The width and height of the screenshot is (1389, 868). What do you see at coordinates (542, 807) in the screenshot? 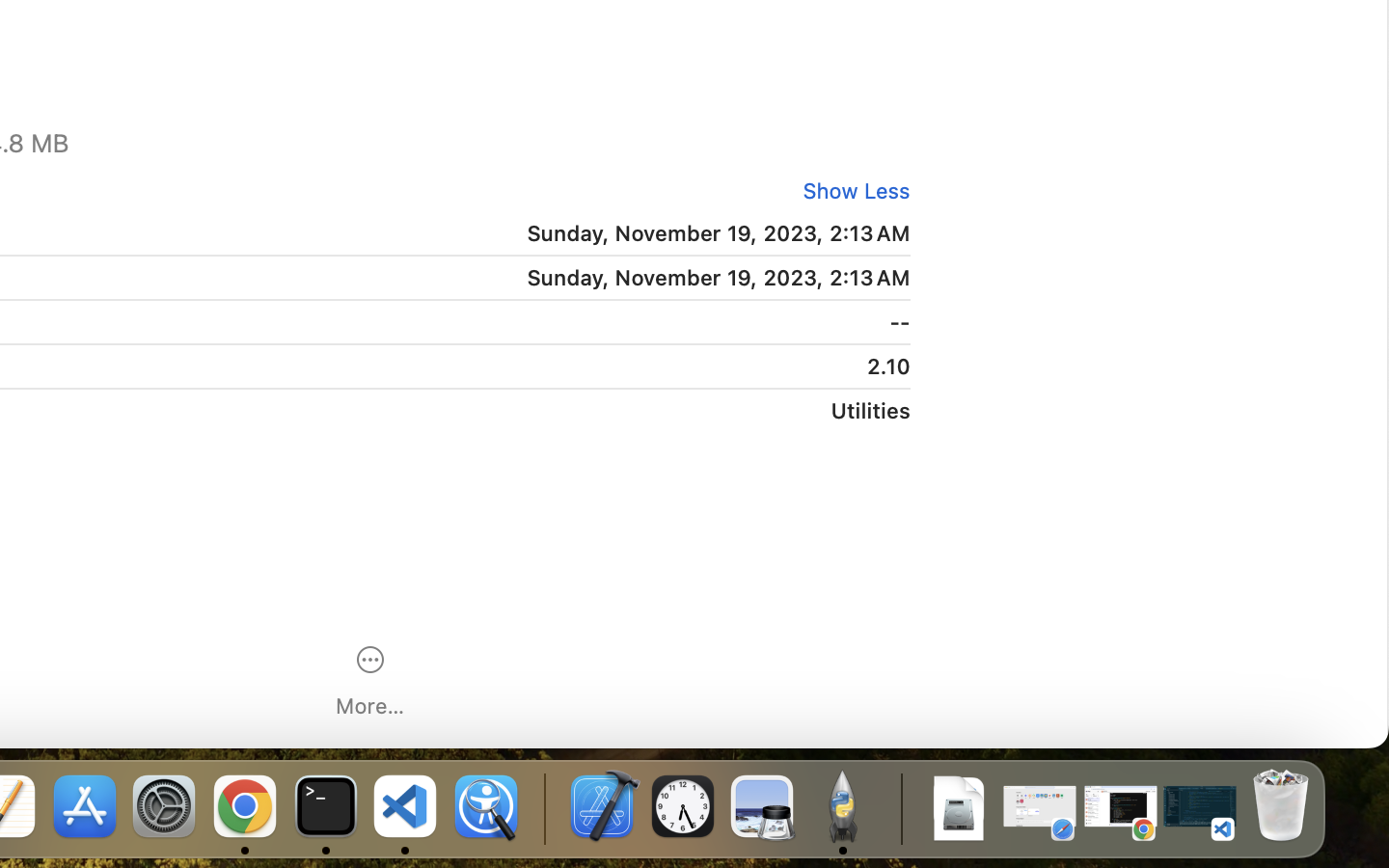
I see `'0.4285714328289032'` at bounding box center [542, 807].